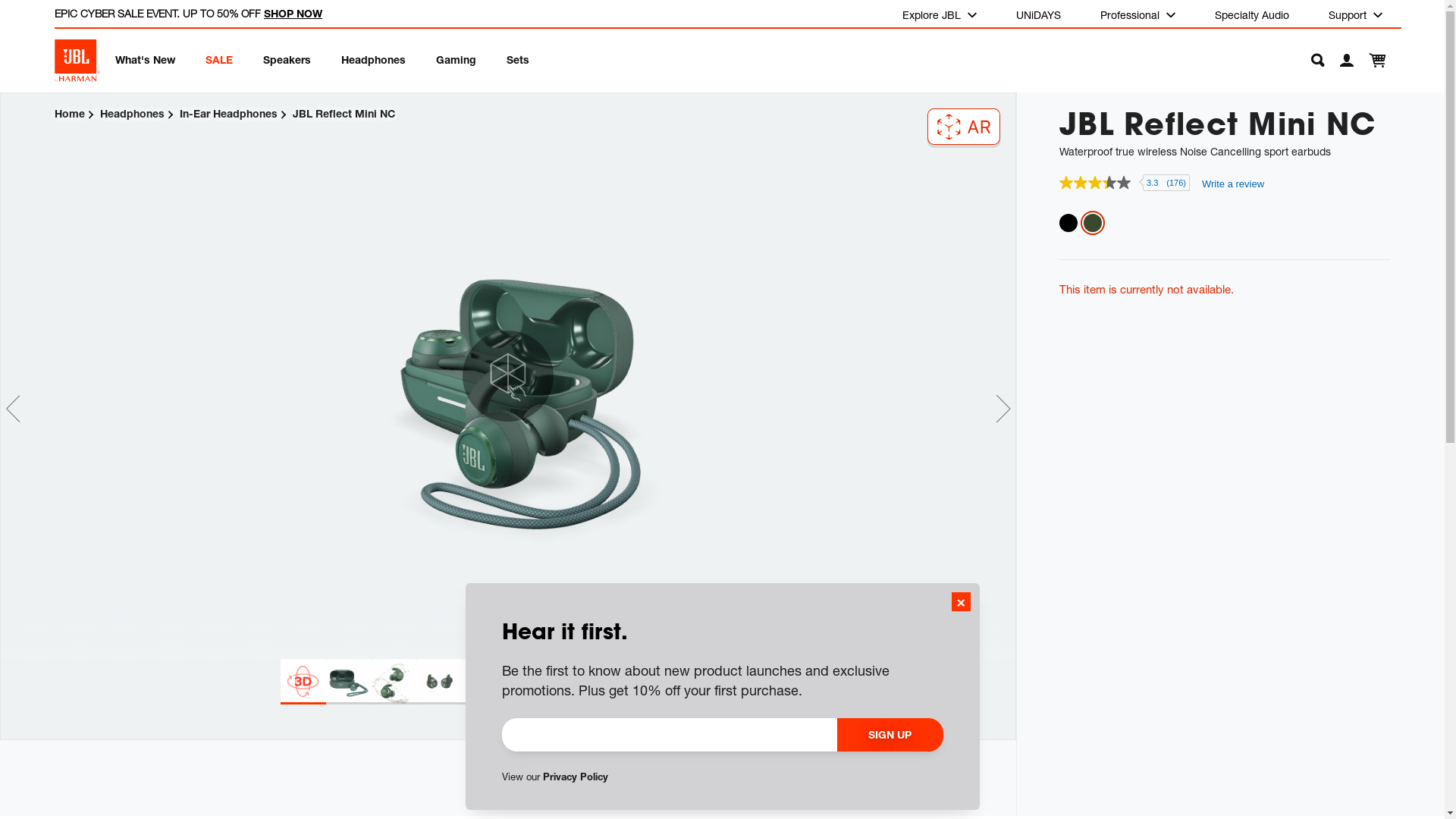 This screenshot has width=1456, height=819. Describe the element at coordinates (68, 113) in the screenshot. I see `'Home'` at that location.